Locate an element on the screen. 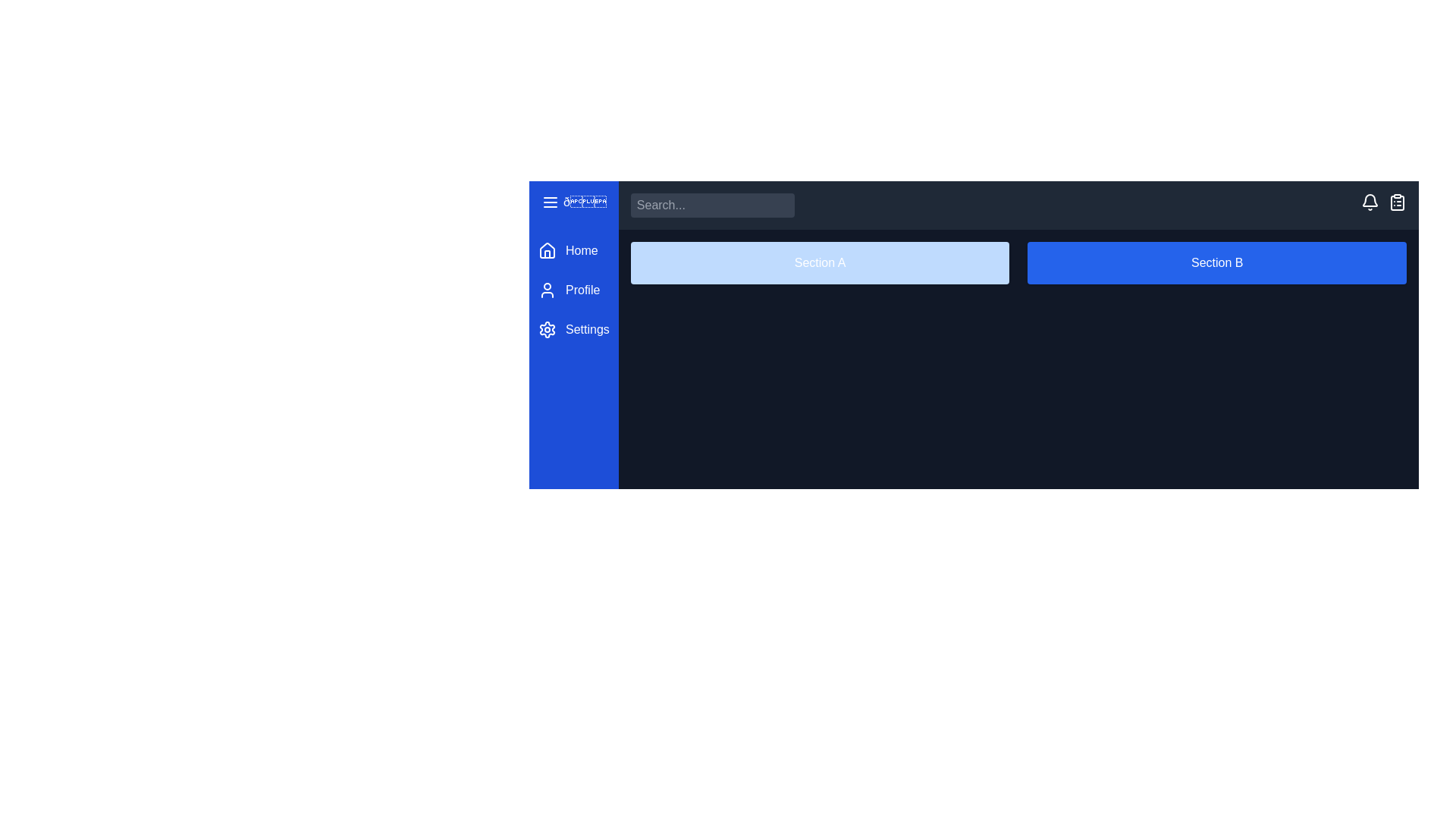 The image size is (1456, 819). the 'Home' icon in the sidebar navigation menu is located at coordinates (546, 249).